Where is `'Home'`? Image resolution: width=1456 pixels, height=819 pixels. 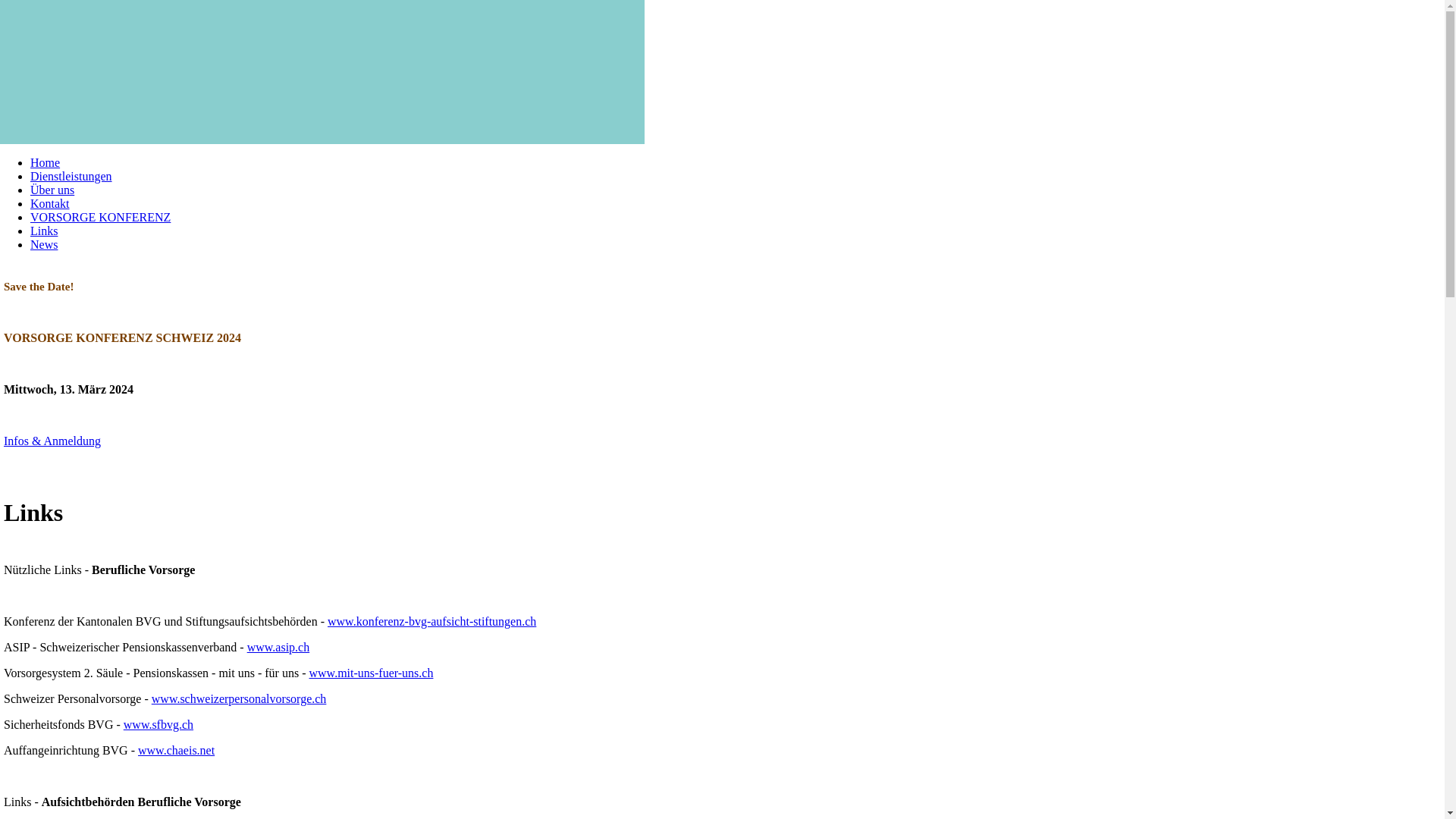 'Home' is located at coordinates (45, 162).